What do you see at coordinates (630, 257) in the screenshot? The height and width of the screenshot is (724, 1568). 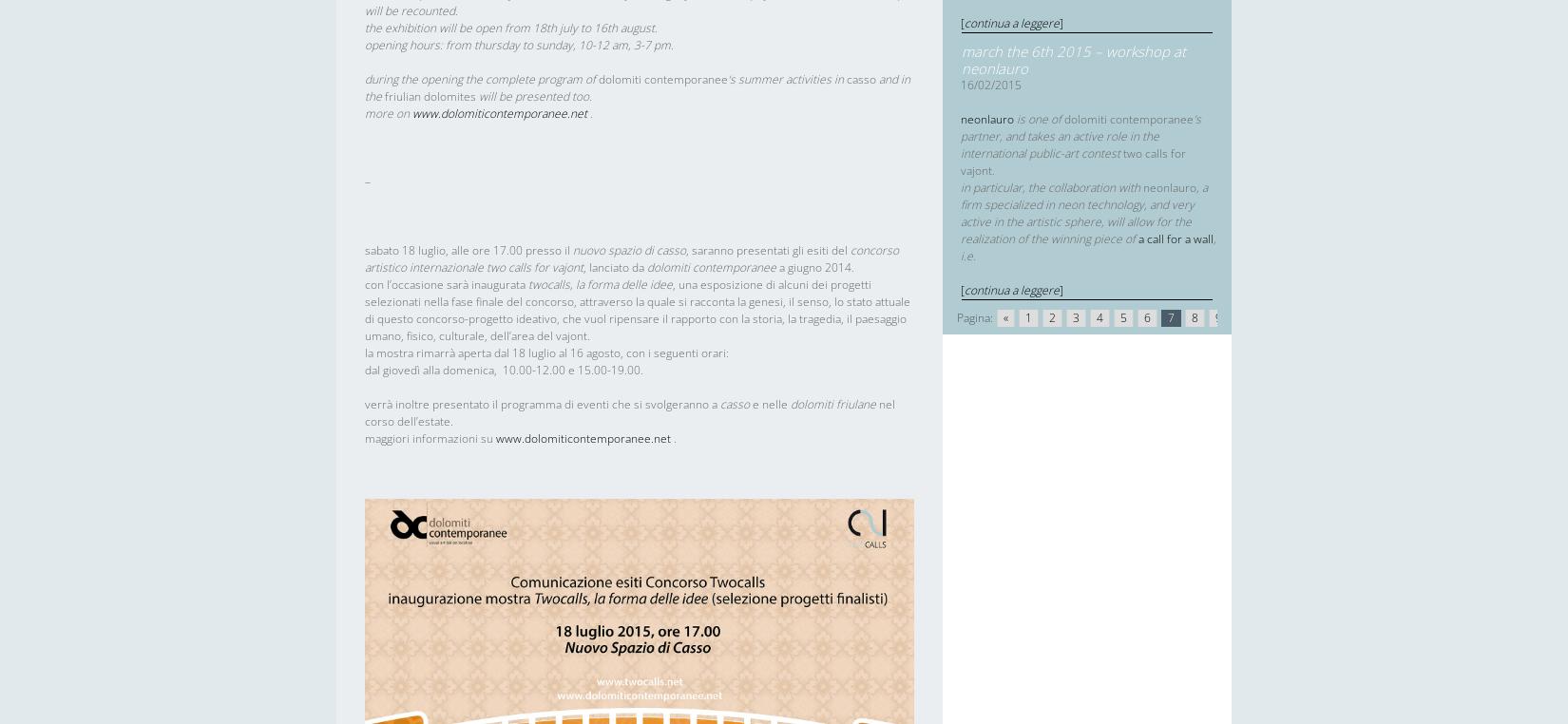 I see `'Concorso Artistico Internazionale Two calls for Vajont'` at bounding box center [630, 257].